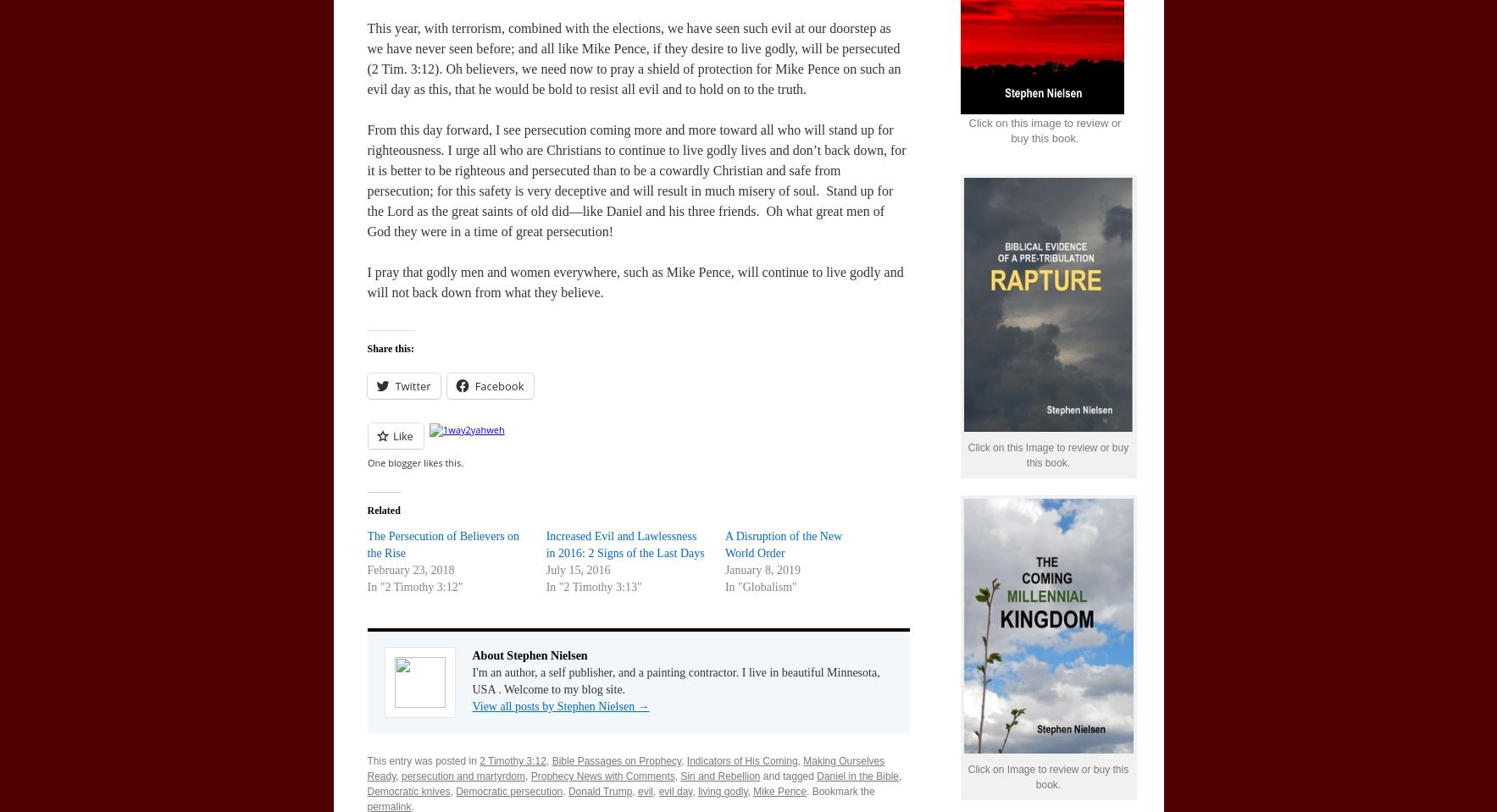 The width and height of the screenshot is (1497, 812). Describe the element at coordinates (528, 655) in the screenshot. I see `'About Stephen Nielsen'` at that location.